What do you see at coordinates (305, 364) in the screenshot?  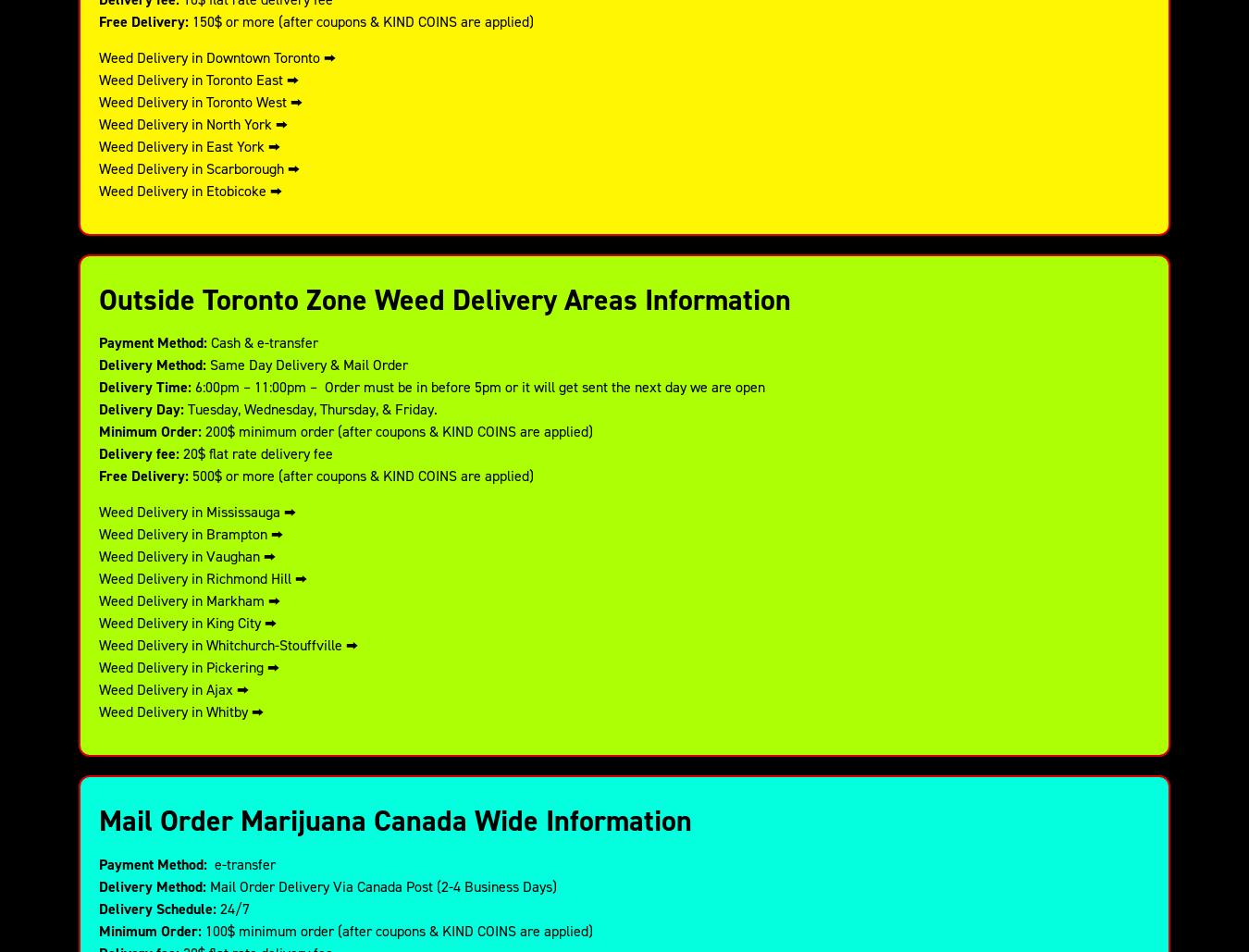 I see `'Same Day Delivery & Mail Order'` at bounding box center [305, 364].